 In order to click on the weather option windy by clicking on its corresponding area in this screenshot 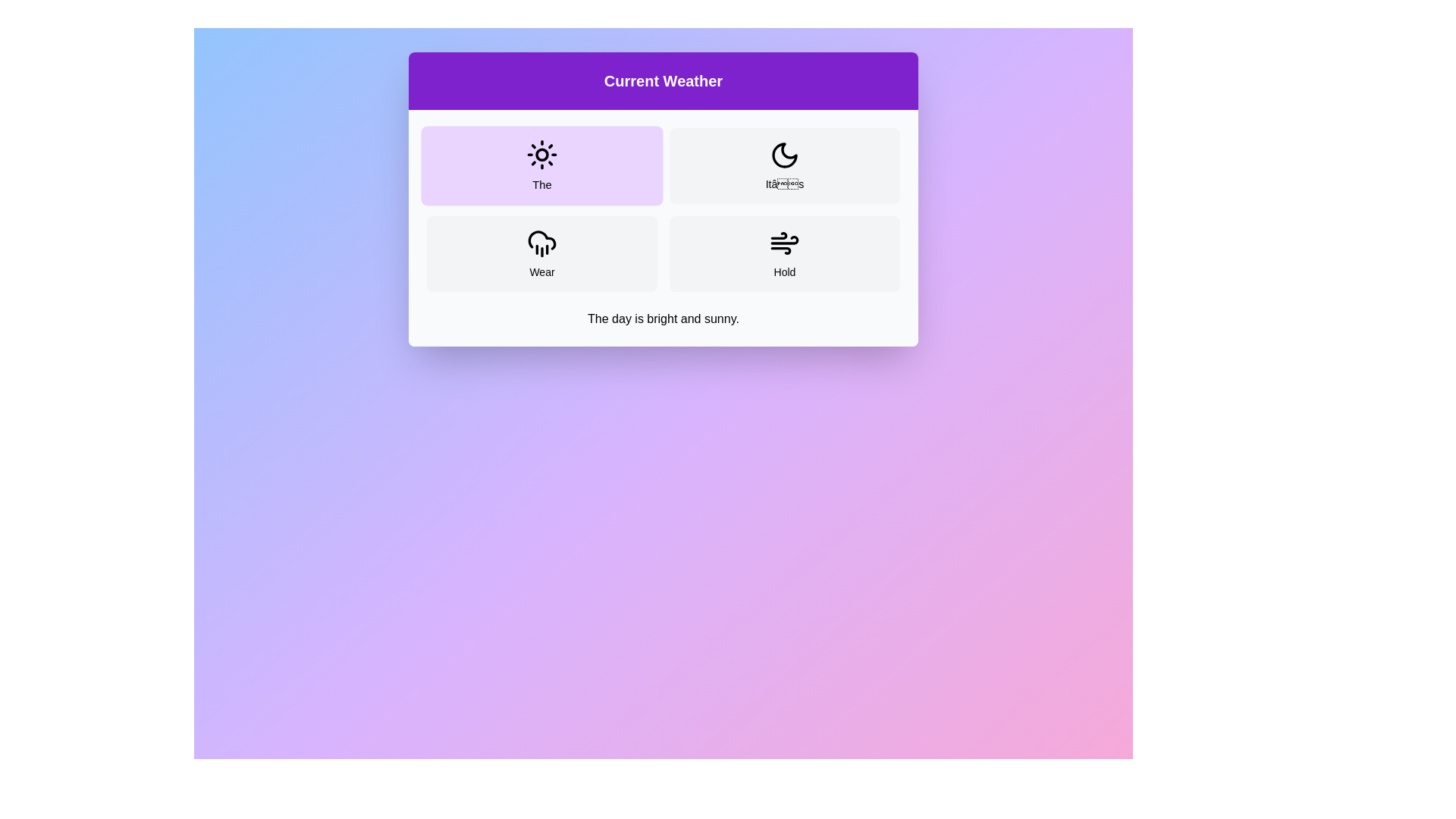, I will do `click(785, 253)`.